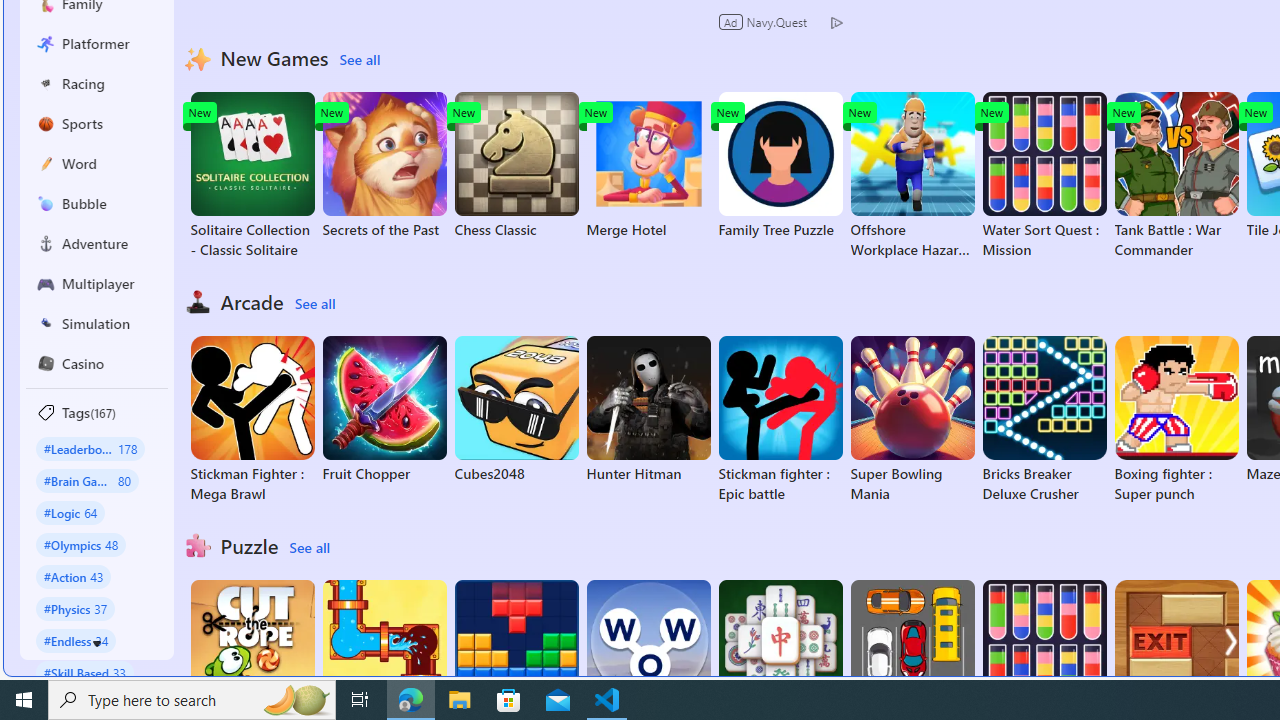 This screenshot has height=720, width=1280. Describe the element at coordinates (911, 175) in the screenshot. I see `'Offshore Workplace Hazard Game'` at that location.